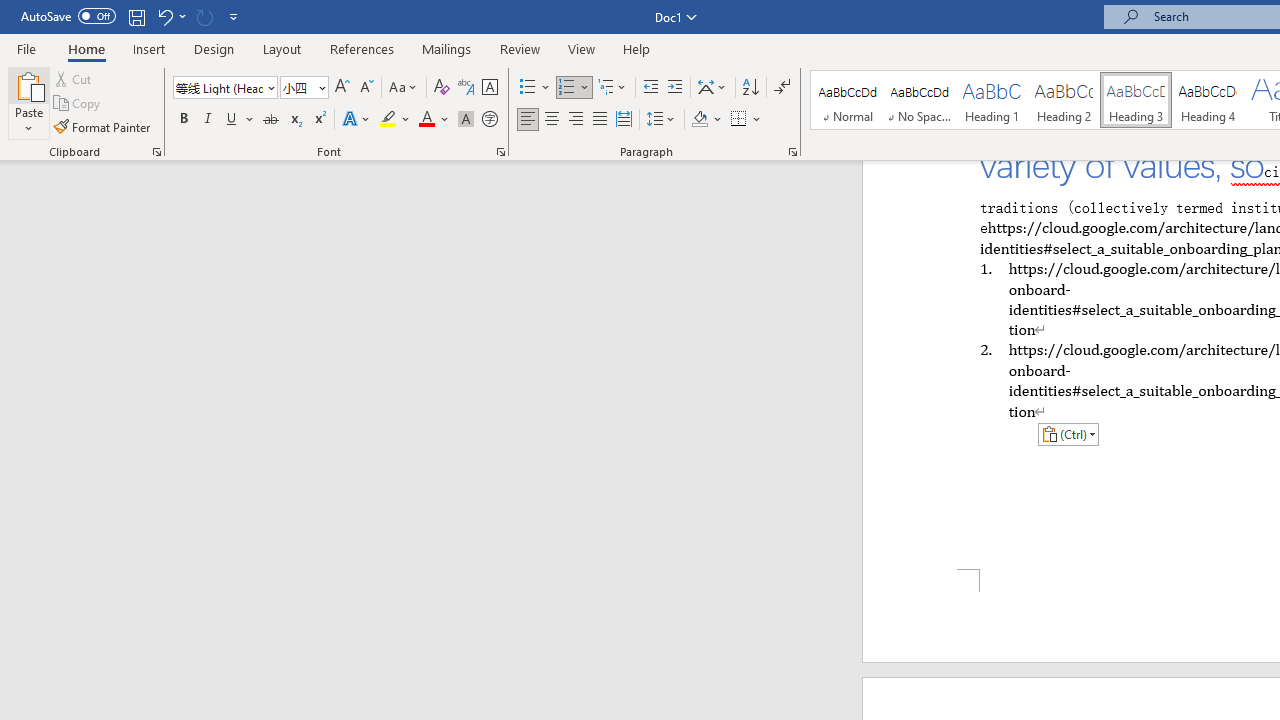 Image resolution: width=1280 pixels, height=720 pixels. I want to click on 'Shrink Font', so click(366, 86).